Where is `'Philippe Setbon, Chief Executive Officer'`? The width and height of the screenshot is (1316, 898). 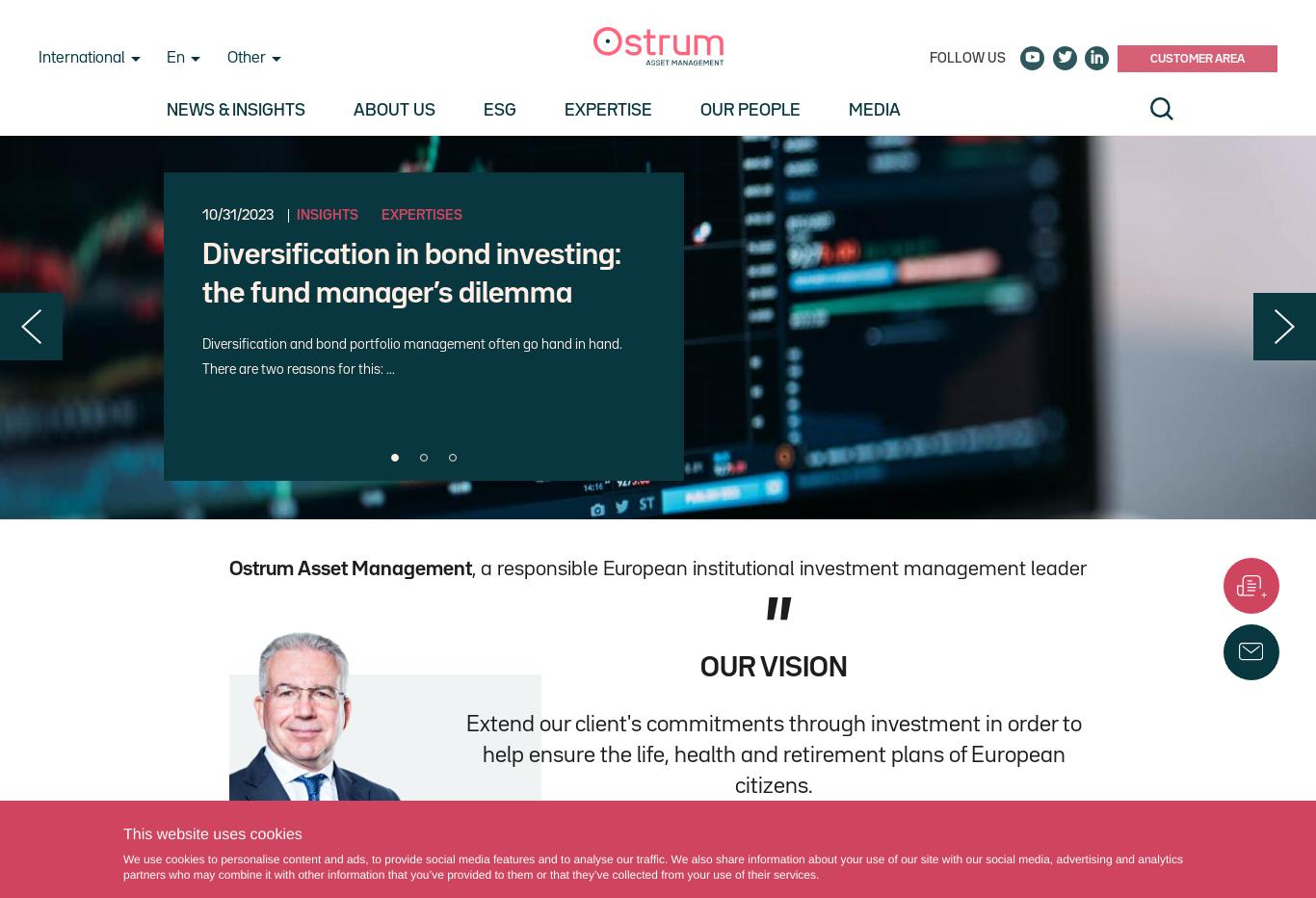
'Philippe Setbon, Chief Executive Officer' is located at coordinates (850, 850).